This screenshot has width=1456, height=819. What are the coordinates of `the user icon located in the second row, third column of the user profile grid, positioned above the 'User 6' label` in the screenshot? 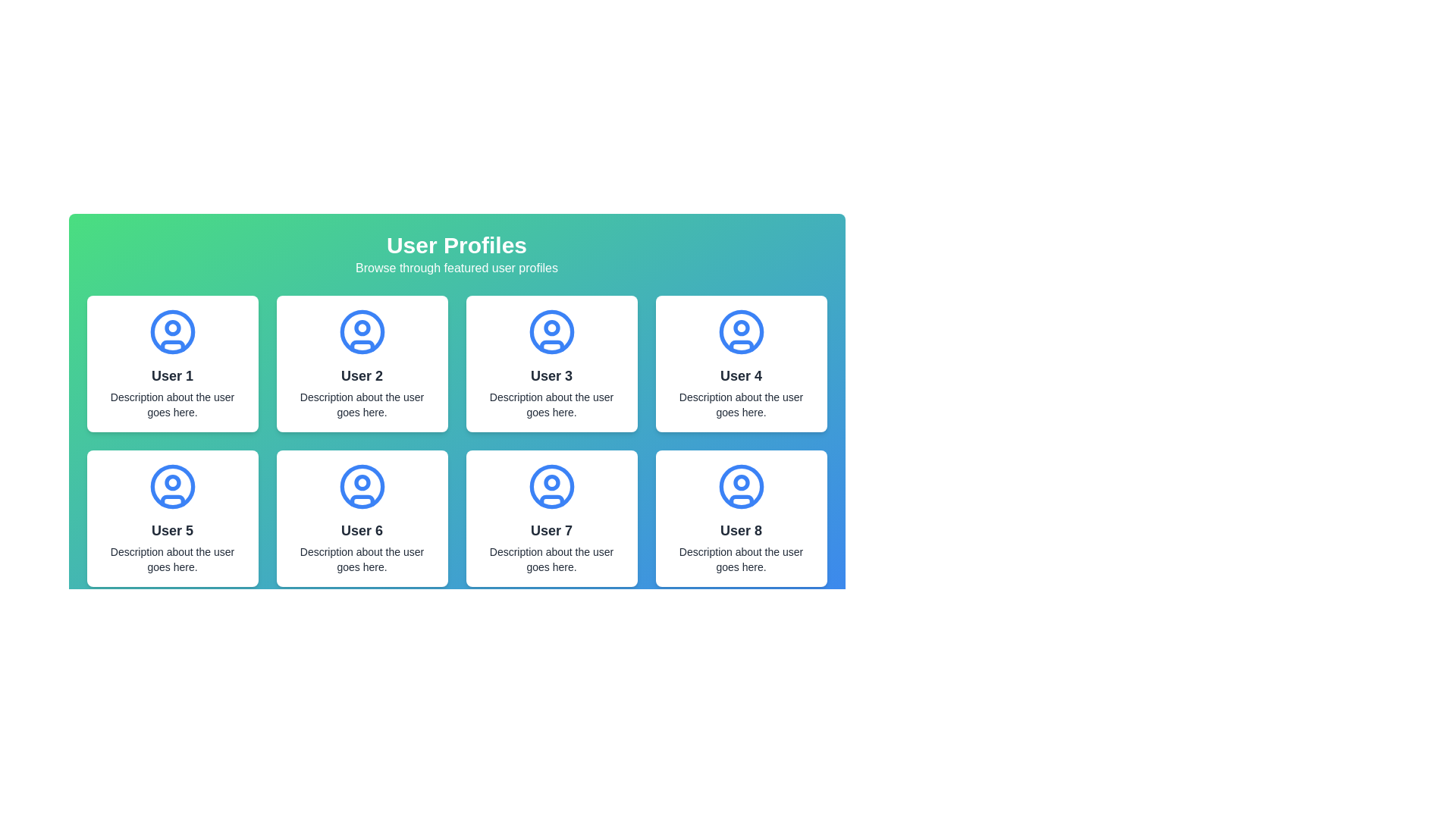 It's located at (361, 486).